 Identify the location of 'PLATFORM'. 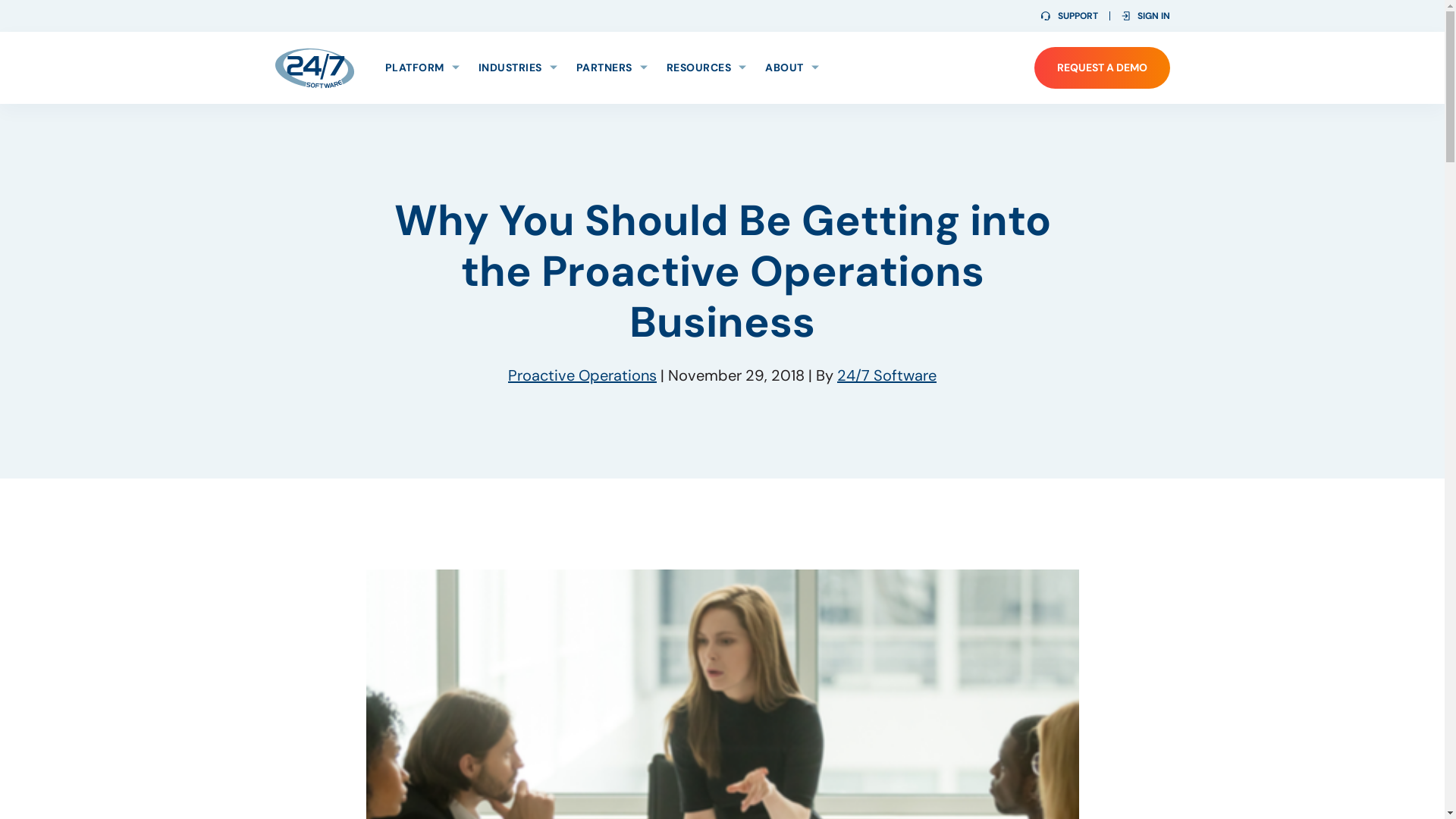
(422, 67).